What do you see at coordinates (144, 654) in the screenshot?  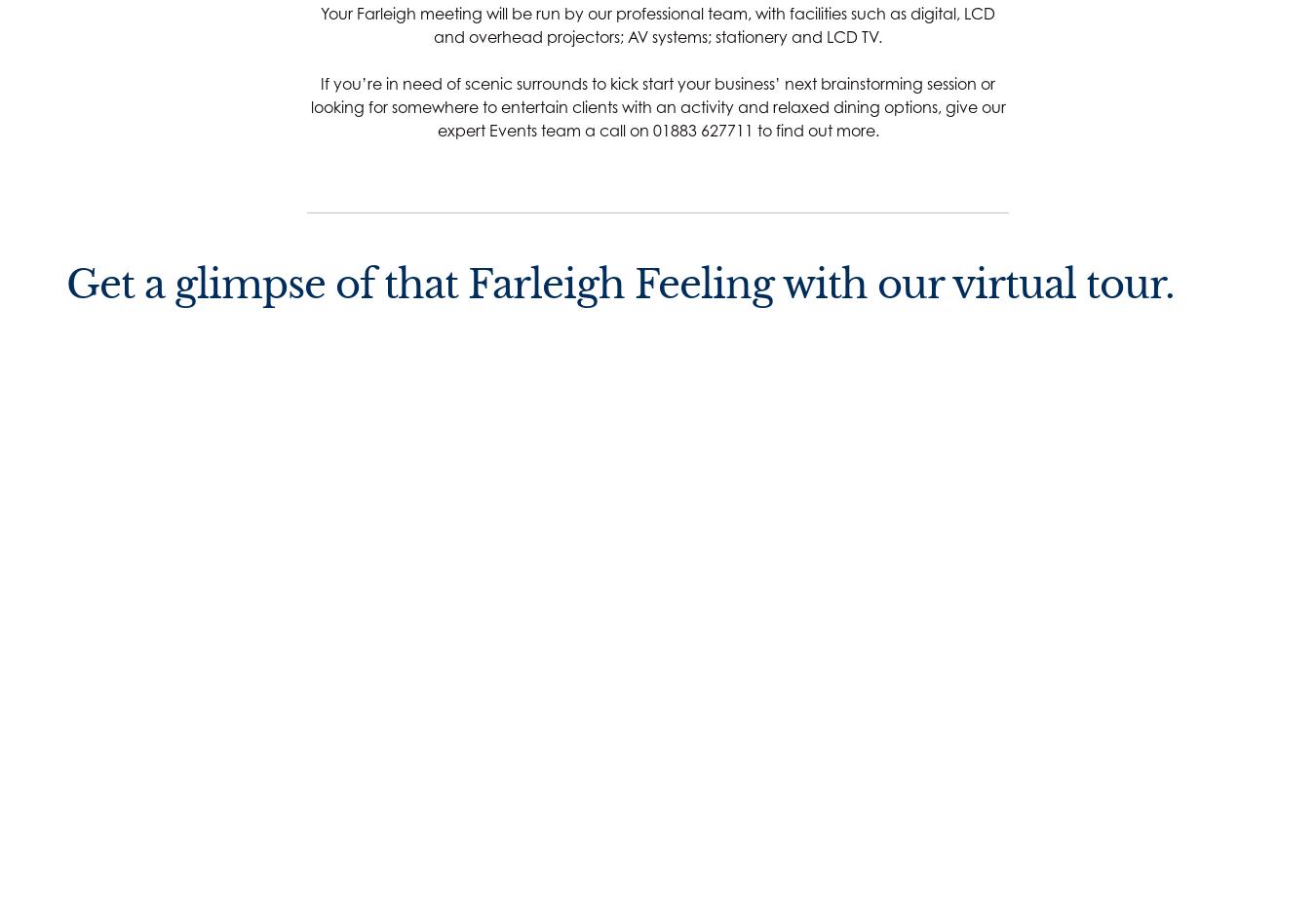 I see `'OId Farleigh Road, Warlingham, Surrey CR6 9PE'` at bounding box center [144, 654].